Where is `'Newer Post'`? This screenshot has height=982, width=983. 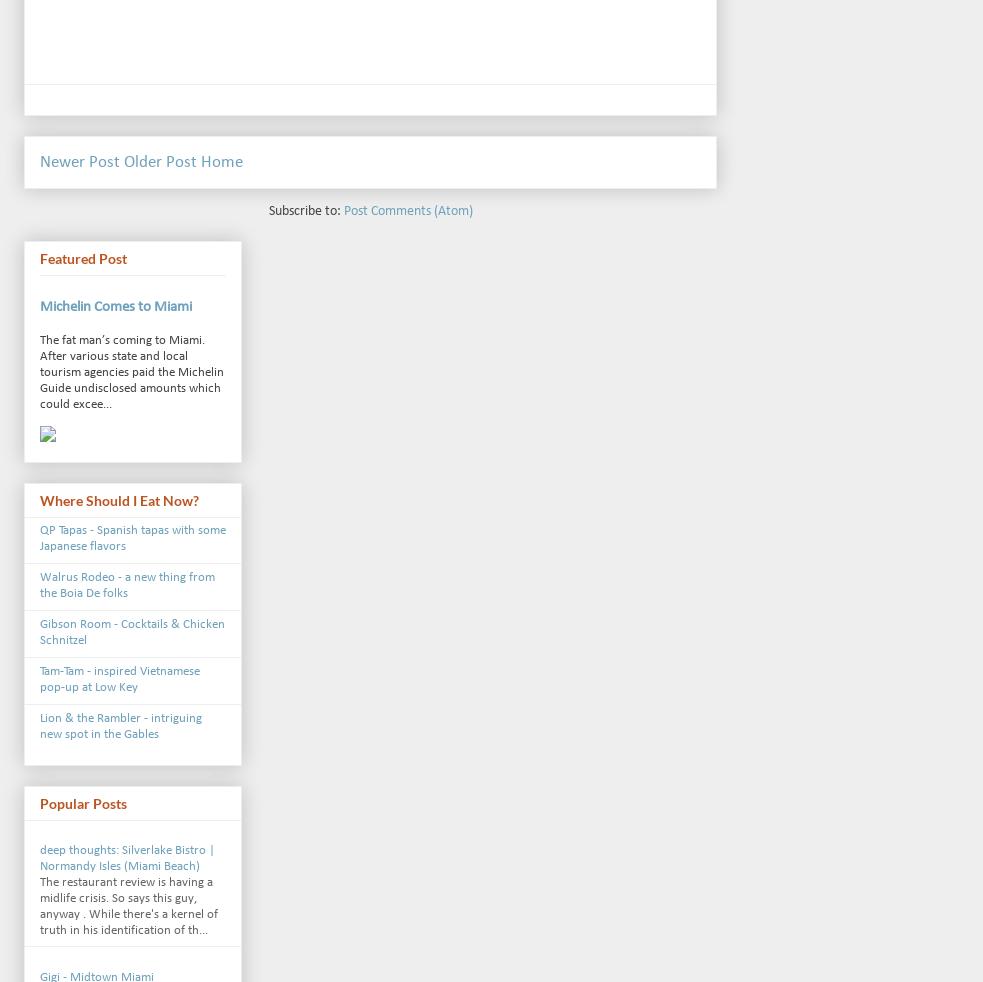
'Newer Post' is located at coordinates (79, 160).